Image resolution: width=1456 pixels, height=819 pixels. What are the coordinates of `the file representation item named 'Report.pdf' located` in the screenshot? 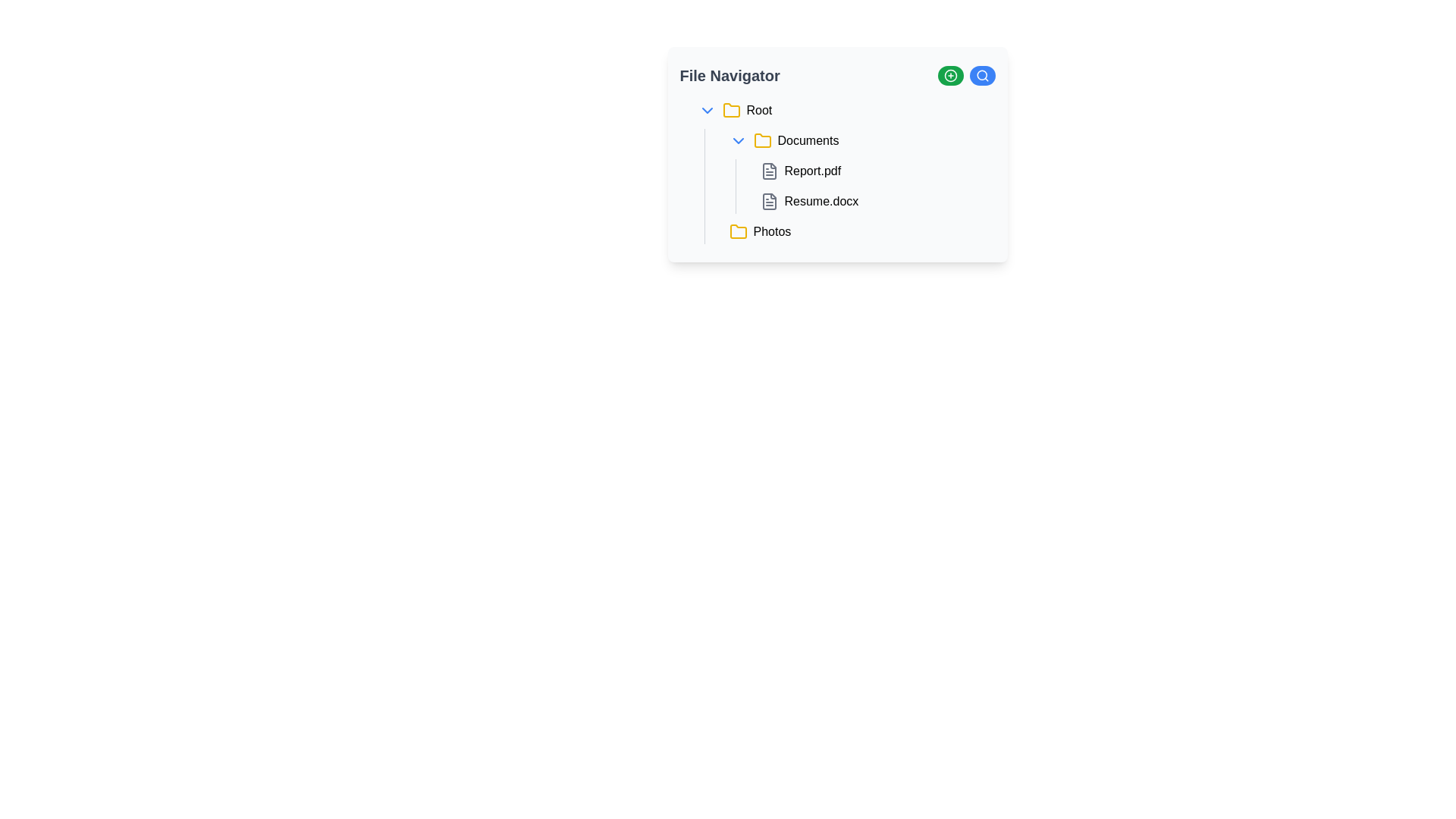 It's located at (858, 171).